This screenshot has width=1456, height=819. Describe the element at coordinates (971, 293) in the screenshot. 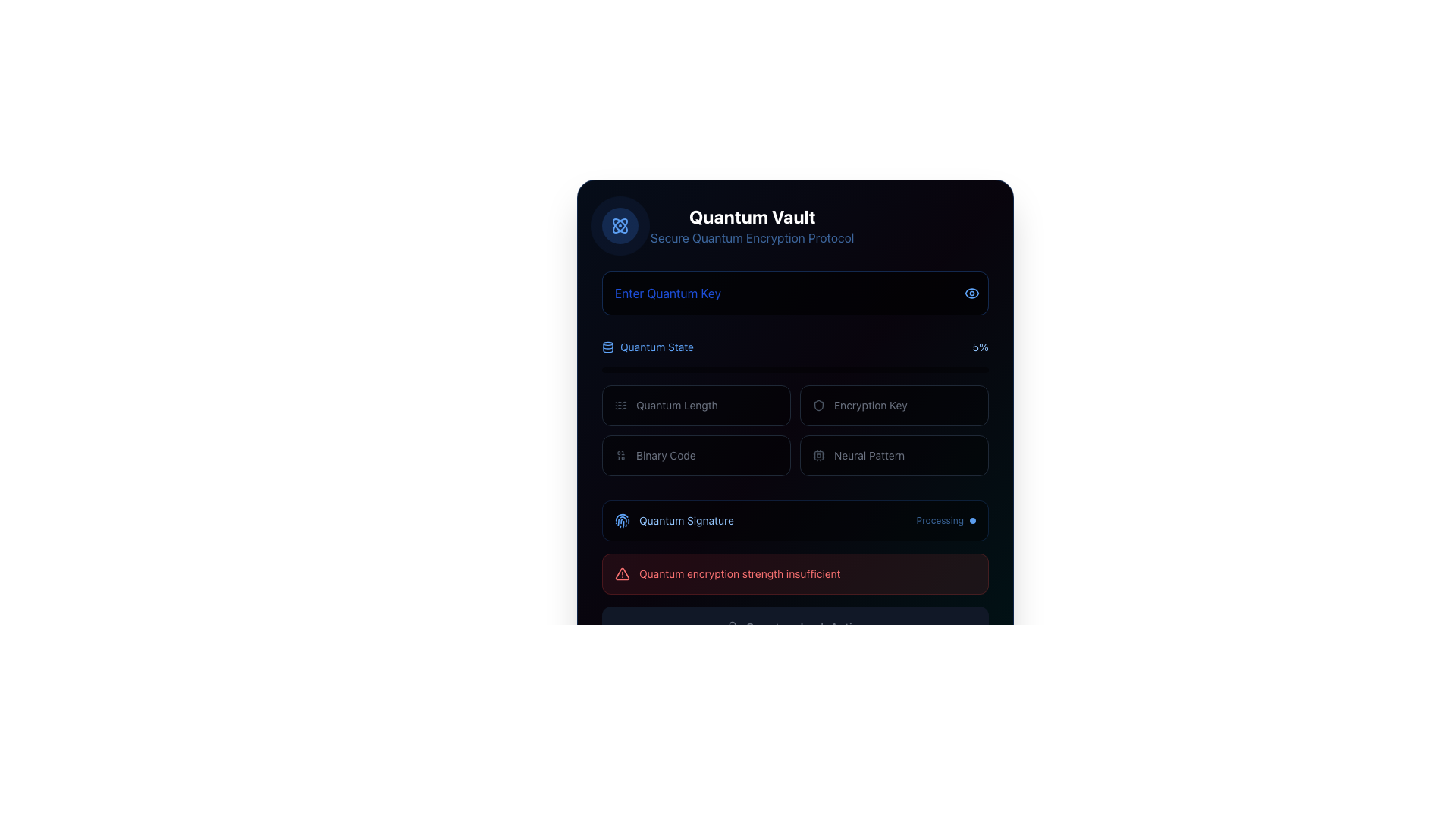

I see `the blue eye-shaped icon button located to the right of the 'Enter Quantum Key' text input field` at that location.